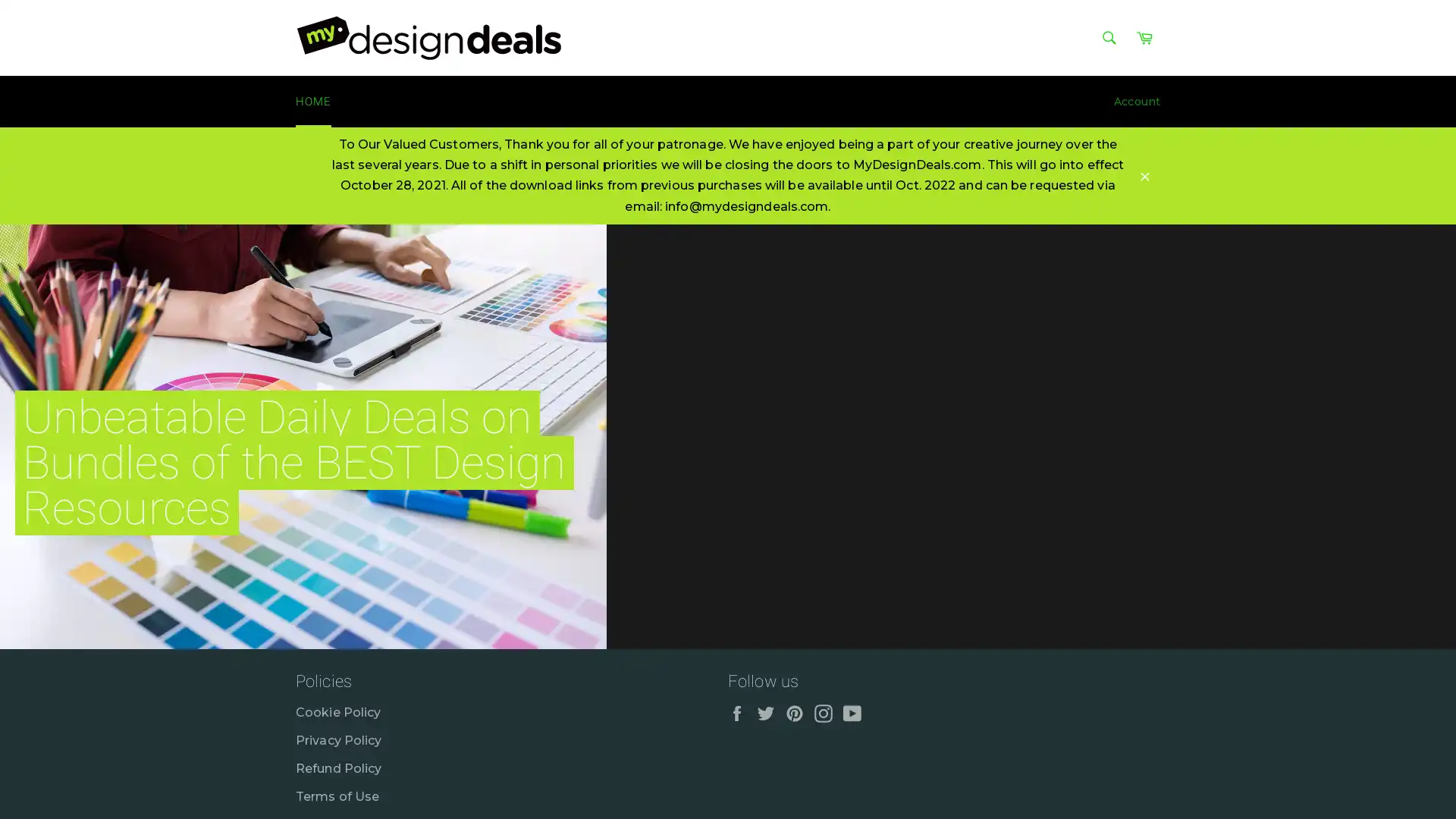  What do you see at coordinates (1145, 174) in the screenshot?
I see `Close` at bounding box center [1145, 174].